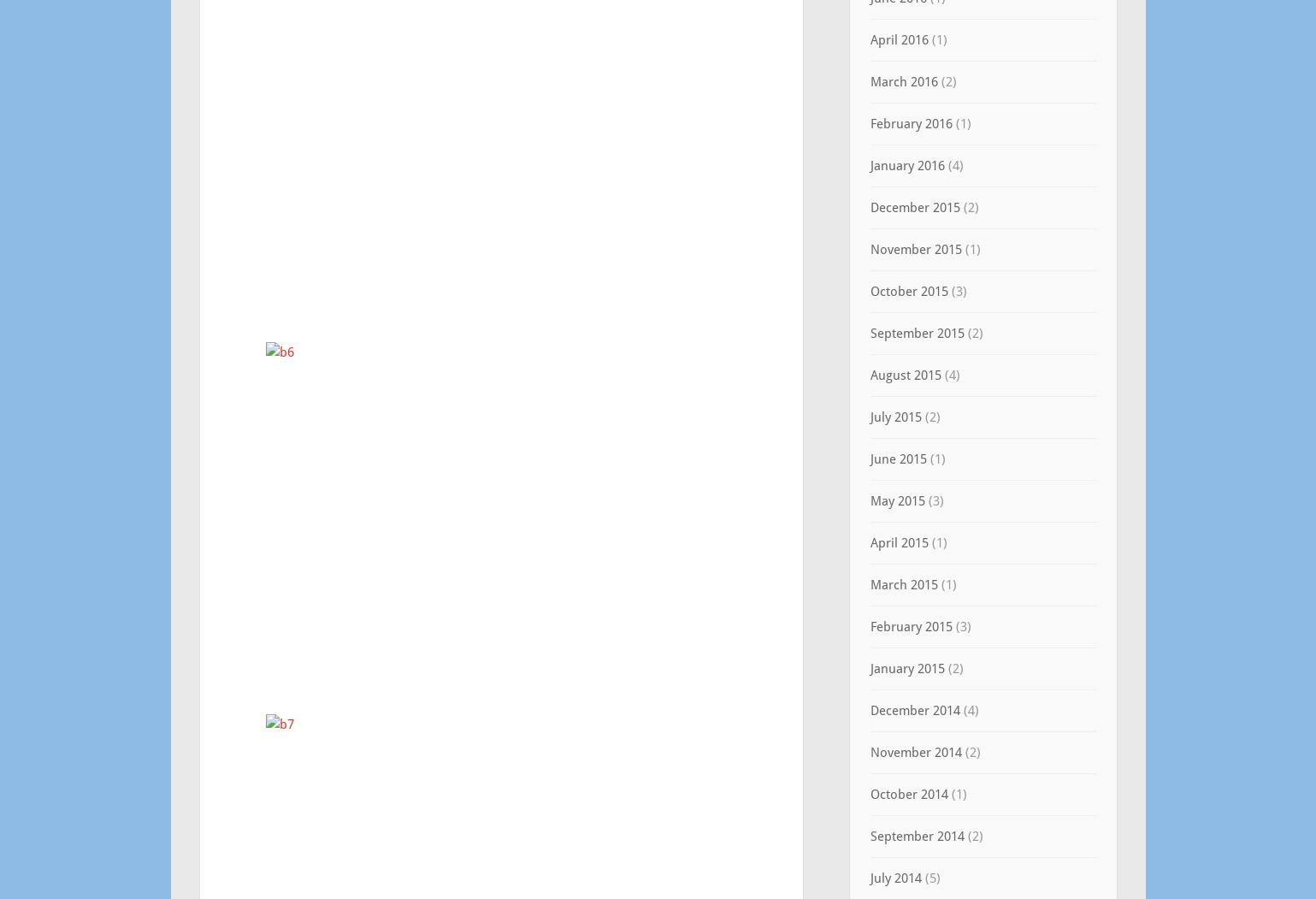  Describe the element at coordinates (868, 417) in the screenshot. I see `'July 2015'` at that location.